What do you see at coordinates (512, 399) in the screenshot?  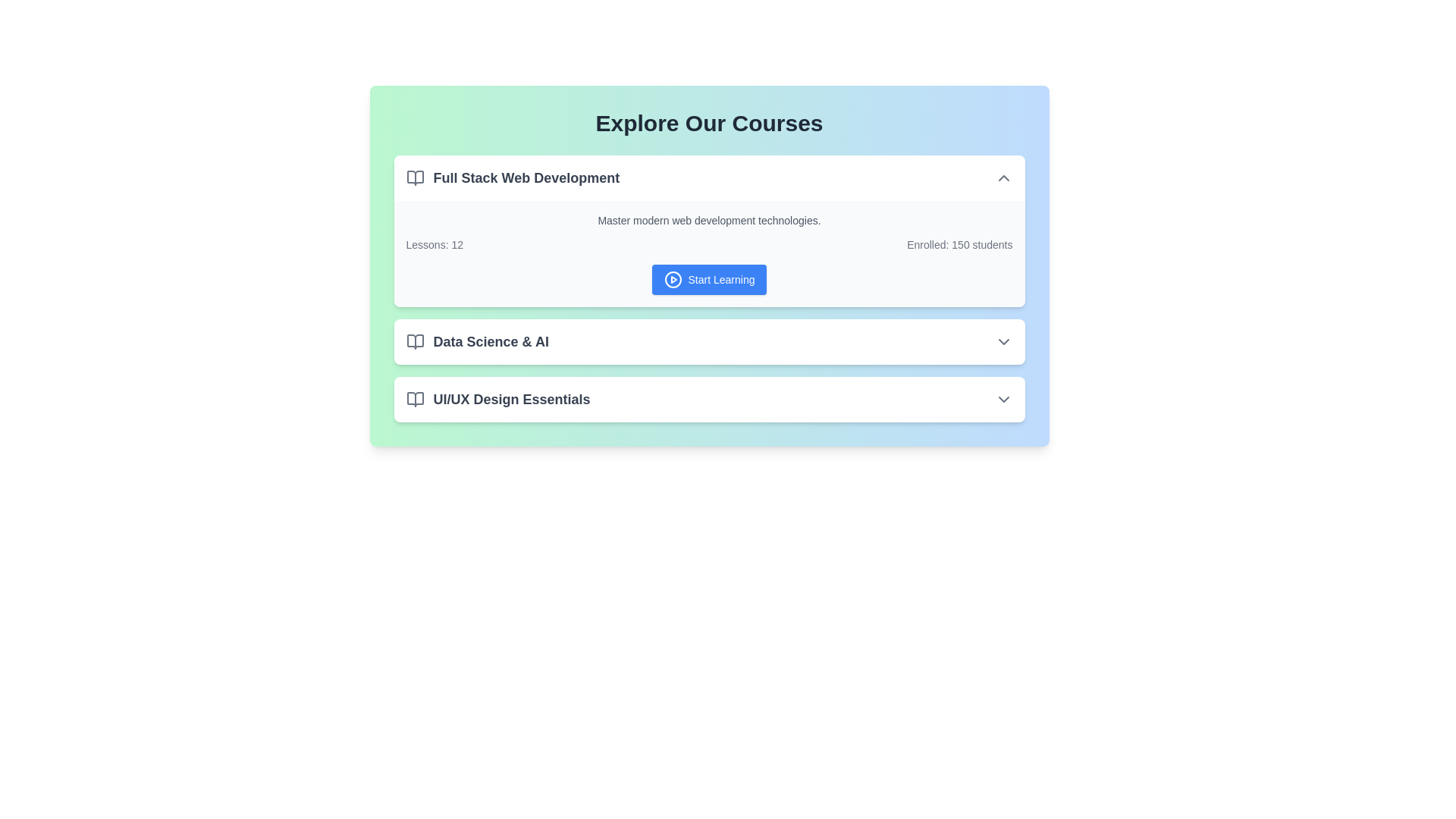 I see `text label that serves as the title for the course 'UI/UX Design Essentials', which is centered in the third box of the course list` at bounding box center [512, 399].